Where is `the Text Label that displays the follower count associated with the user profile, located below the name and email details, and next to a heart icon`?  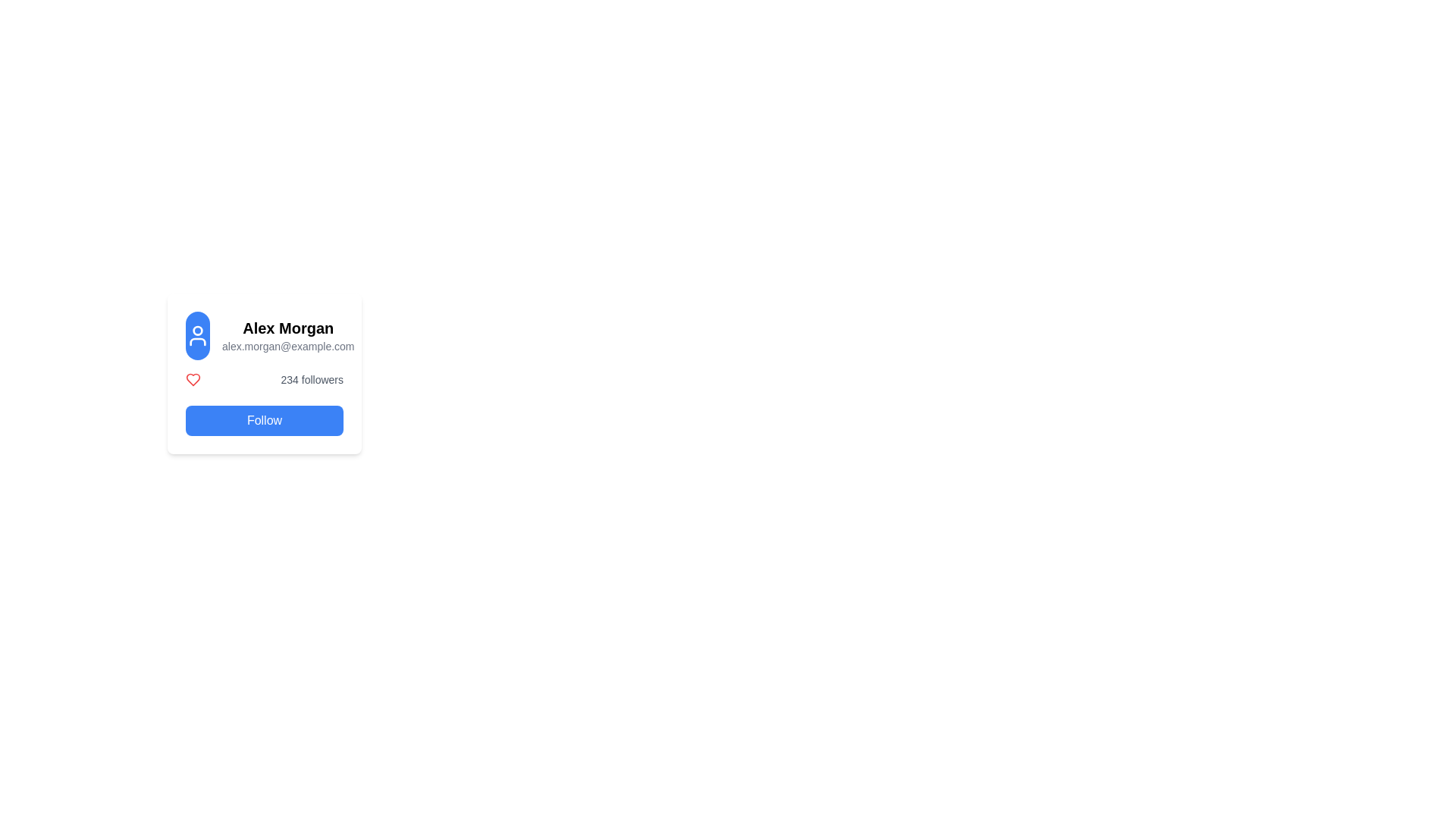
the Text Label that displays the follower count associated with the user profile, located below the name and email details, and next to a heart icon is located at coordinates (311, 379).